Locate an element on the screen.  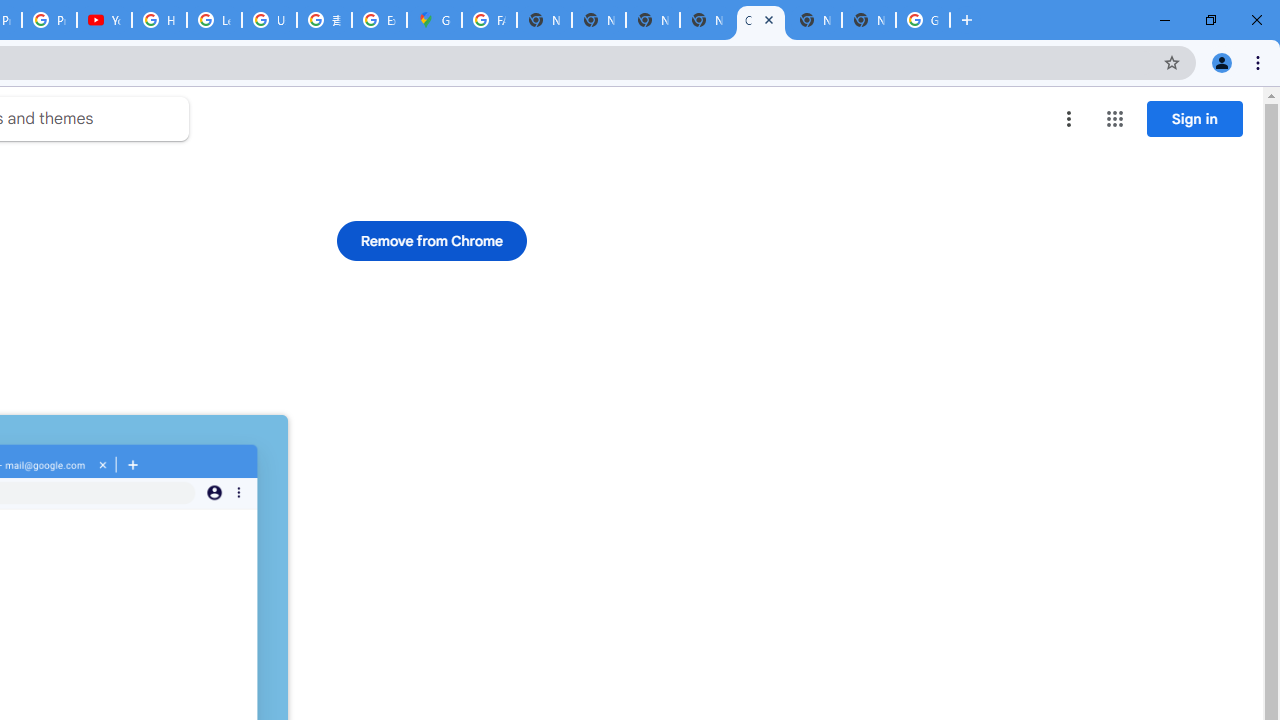
'More options menu' is located at coordinates (1068, 119).